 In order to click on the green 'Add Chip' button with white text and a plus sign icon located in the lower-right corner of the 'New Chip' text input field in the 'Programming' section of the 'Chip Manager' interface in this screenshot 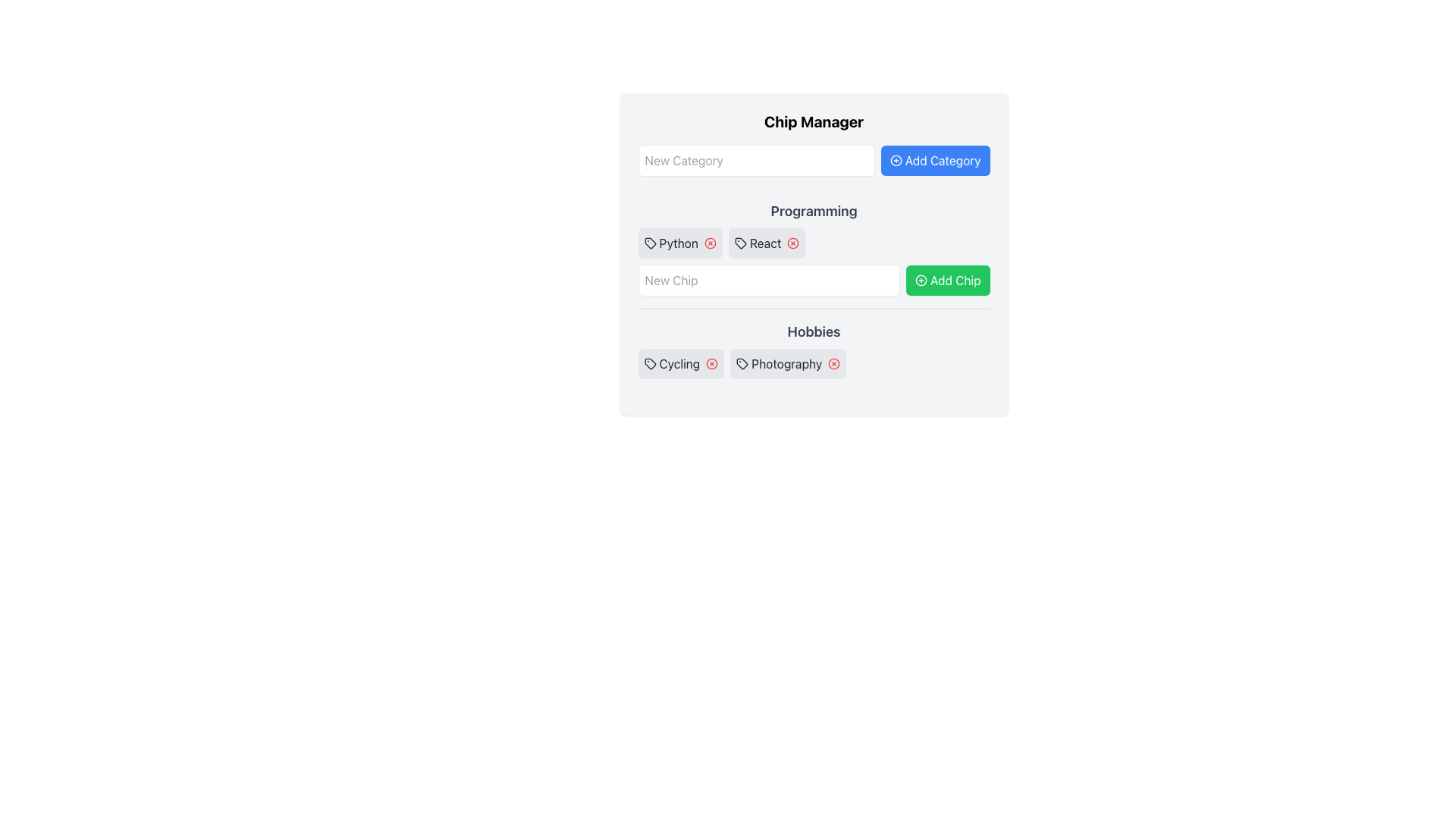, I will do `click(946, 281)`.